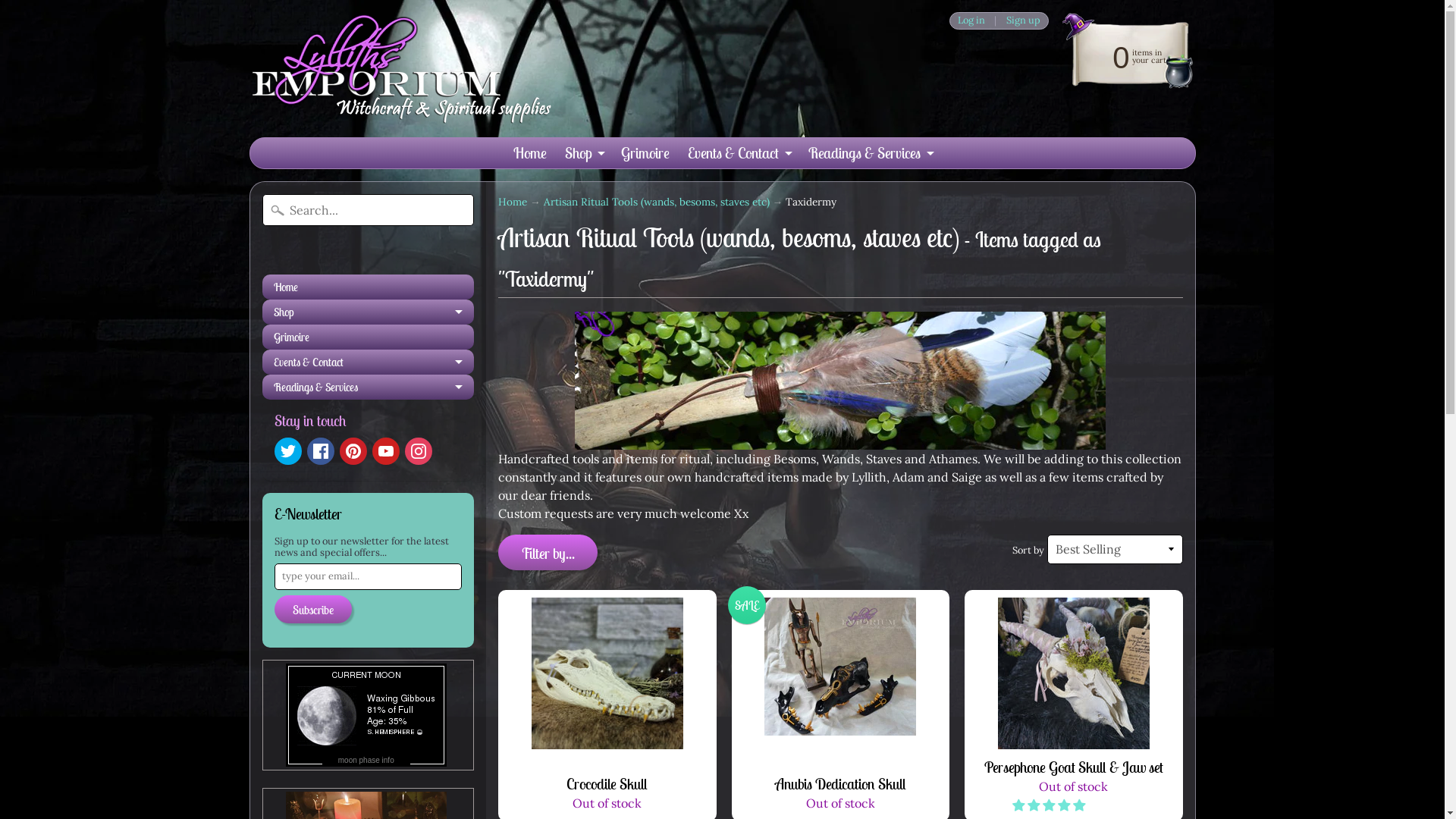  I want to click on '0, so click(1048, 55).